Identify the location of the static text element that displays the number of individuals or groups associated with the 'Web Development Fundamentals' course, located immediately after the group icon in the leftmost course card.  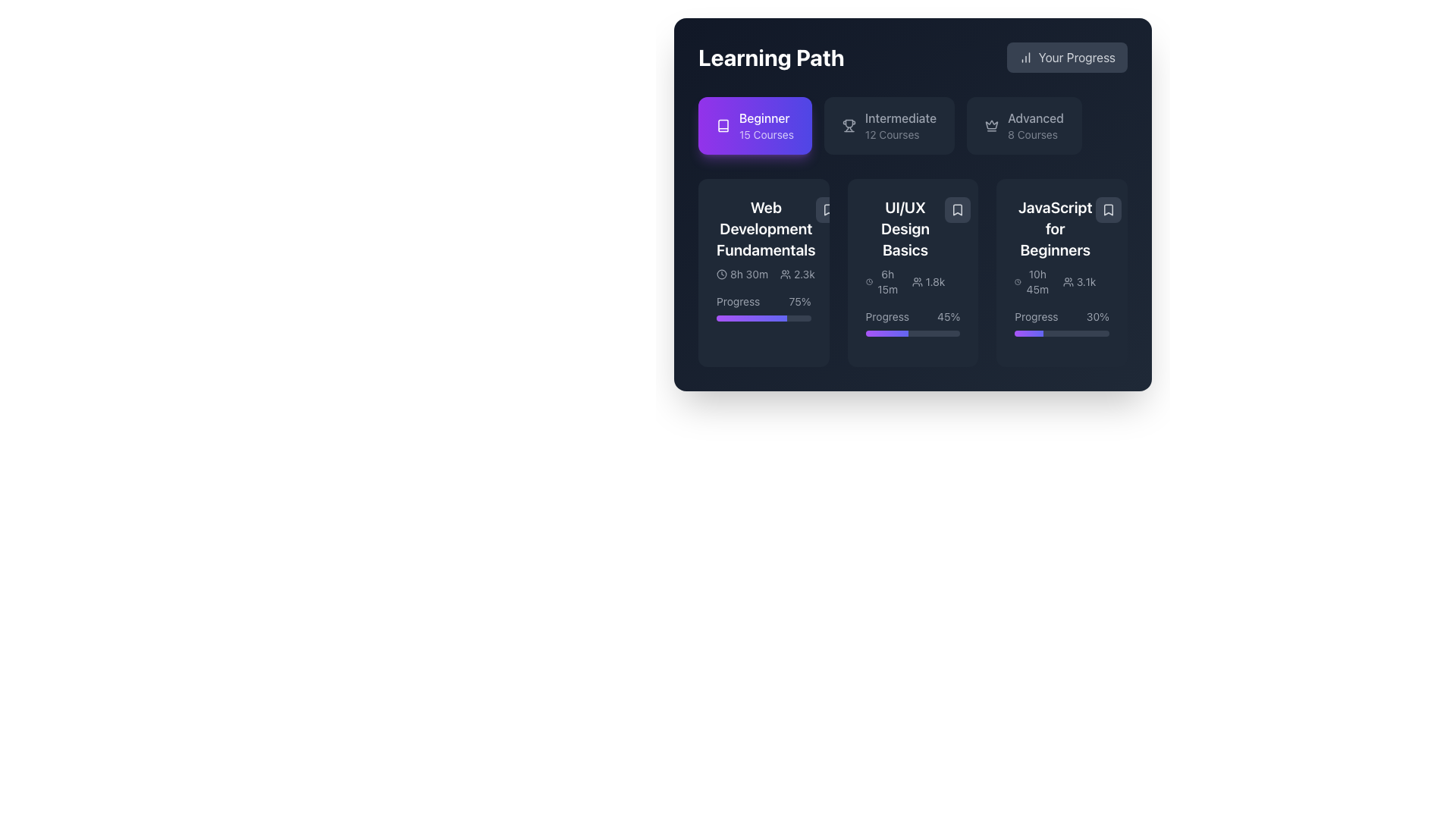
(803, 275).